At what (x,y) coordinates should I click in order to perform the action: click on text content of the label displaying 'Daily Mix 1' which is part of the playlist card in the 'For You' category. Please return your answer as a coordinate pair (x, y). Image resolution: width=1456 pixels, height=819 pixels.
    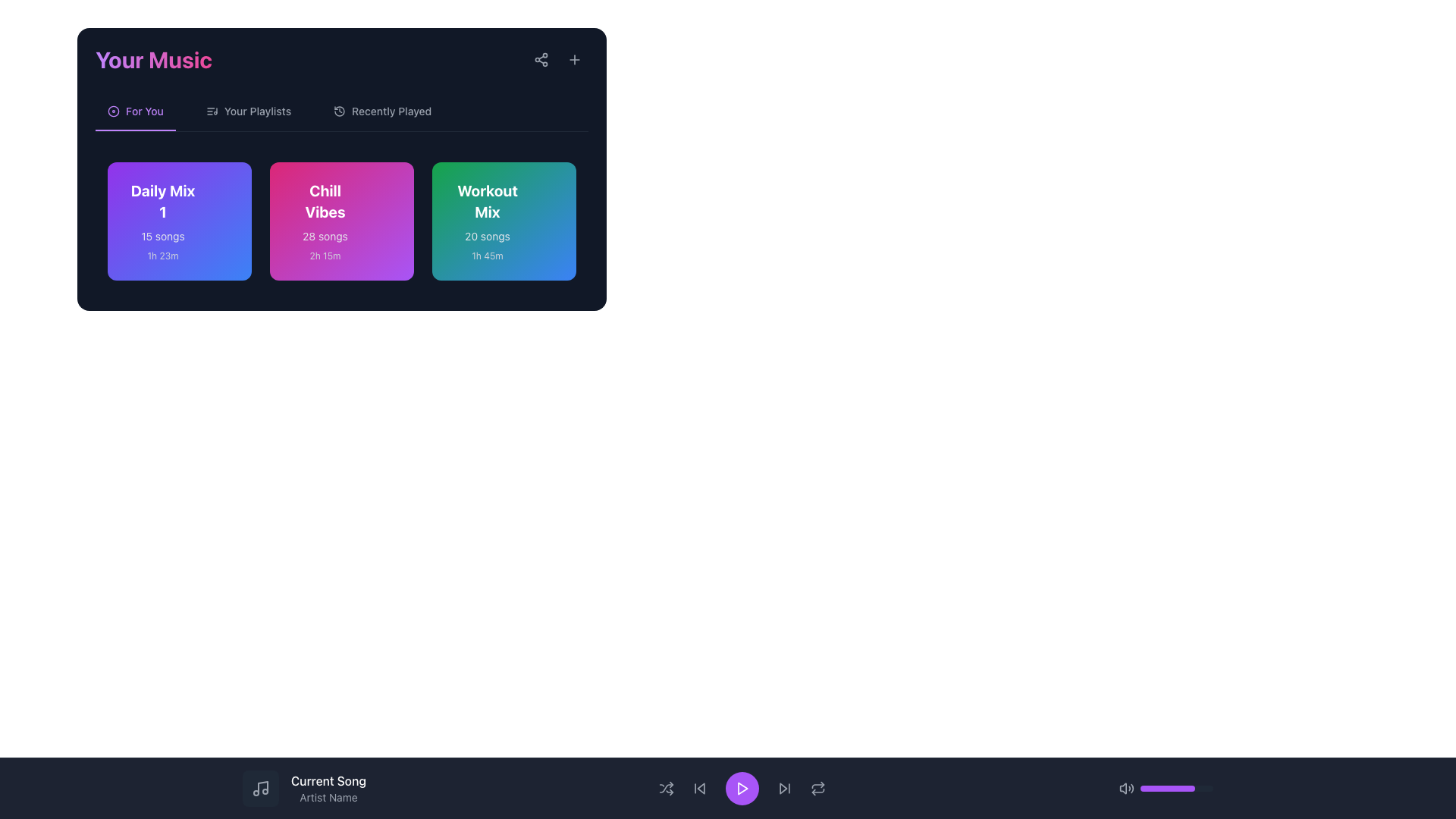
    Looking at the image, I should click on (163, 201).